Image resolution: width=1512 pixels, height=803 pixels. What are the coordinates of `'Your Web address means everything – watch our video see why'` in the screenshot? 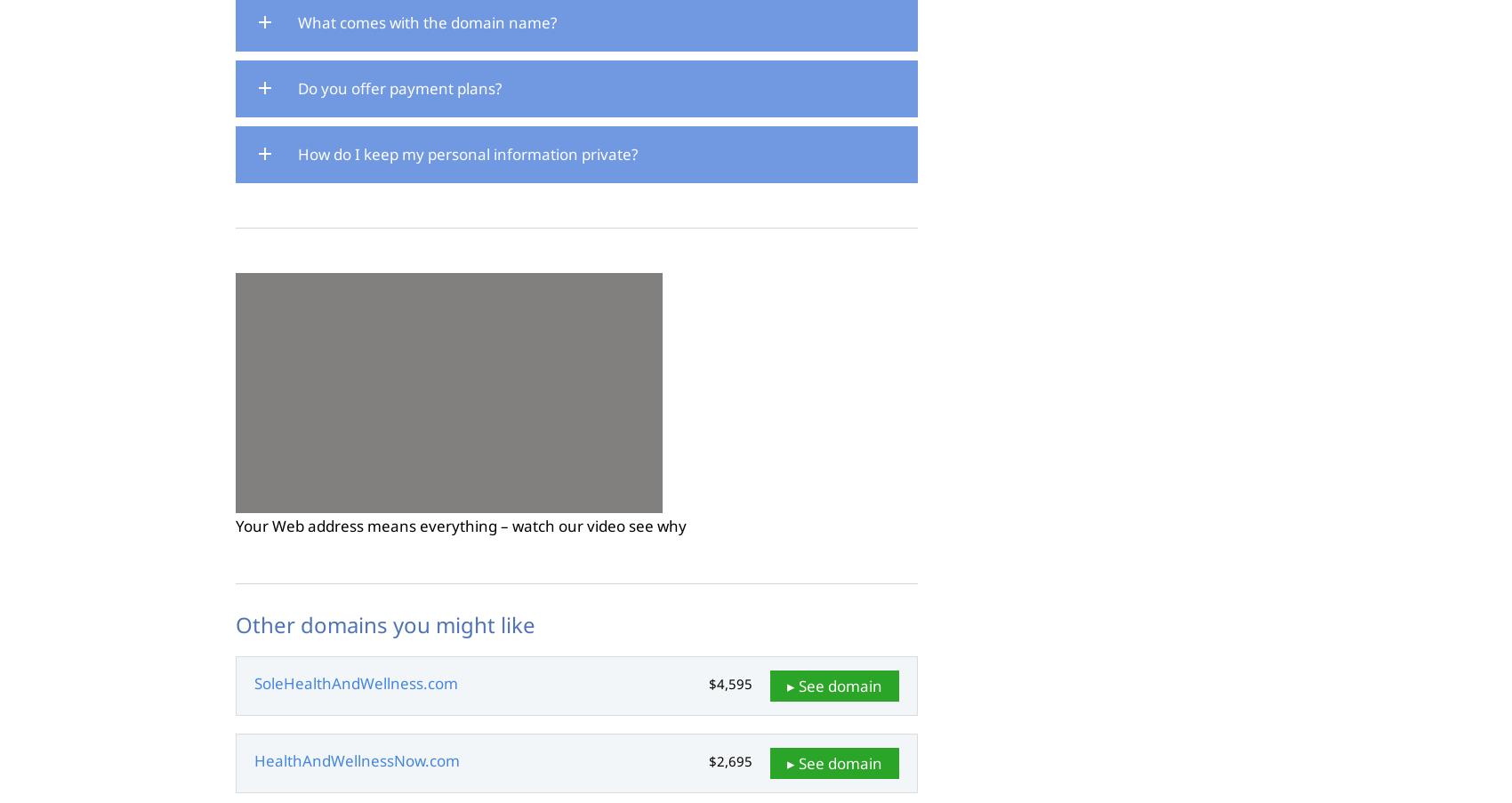 It's located at (461, 525).